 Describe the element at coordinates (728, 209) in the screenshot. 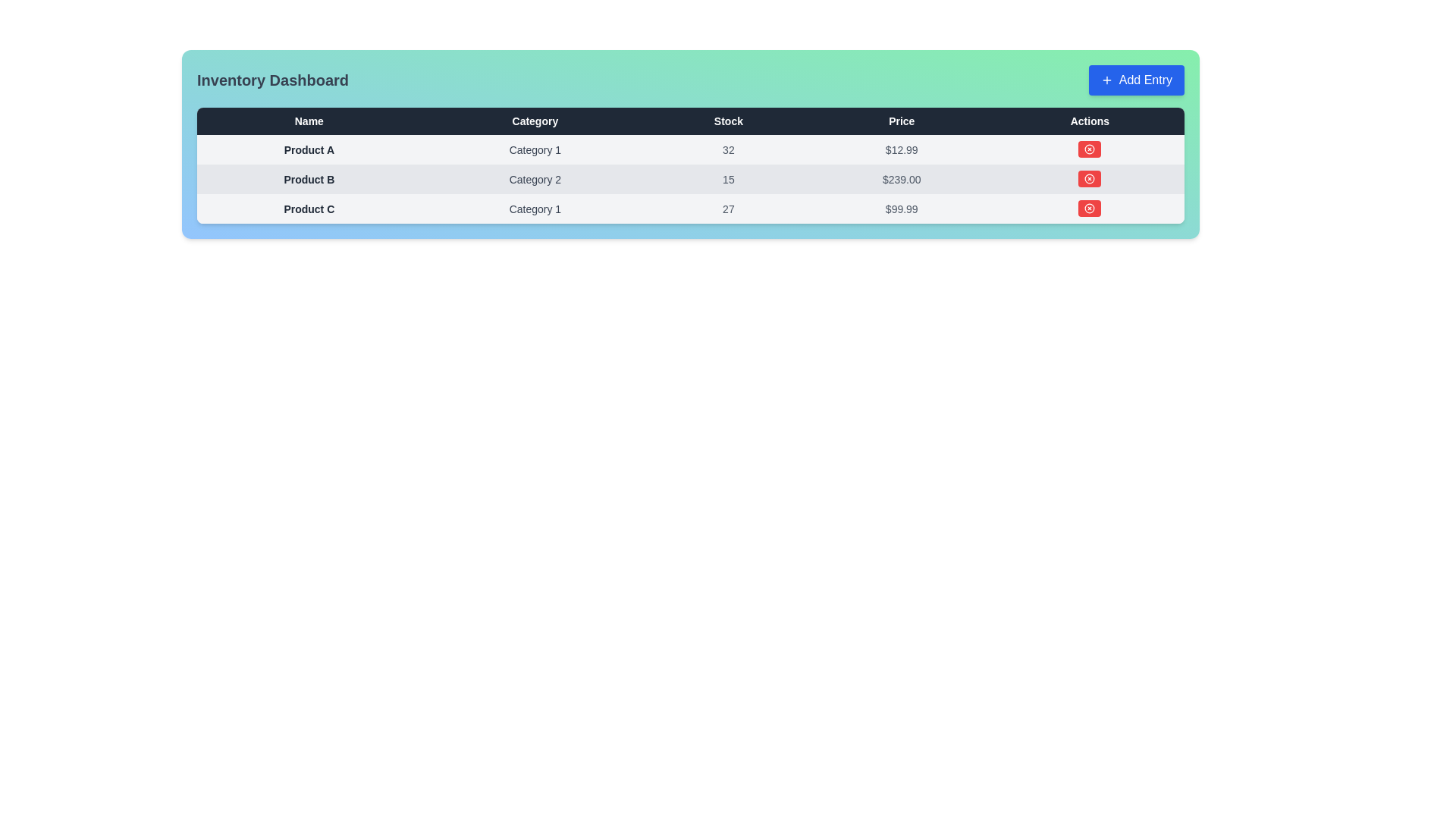

I see `the third table data cell displaying the stock quantity for 'Product C', located between 'Category 1' and the price '$99.99'` at that location.